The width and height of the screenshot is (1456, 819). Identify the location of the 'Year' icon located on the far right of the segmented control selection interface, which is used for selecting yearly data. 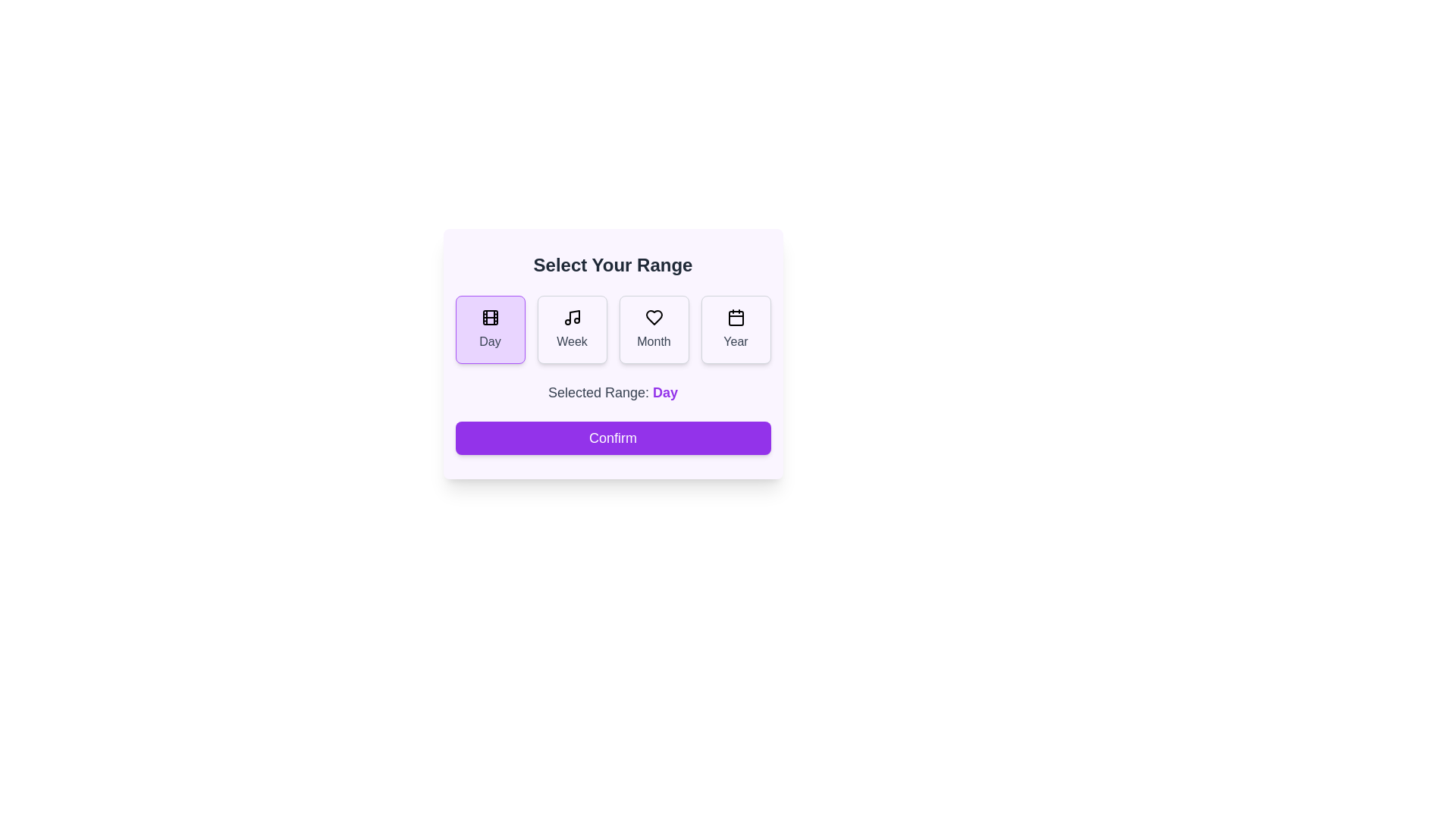
(736, 317).